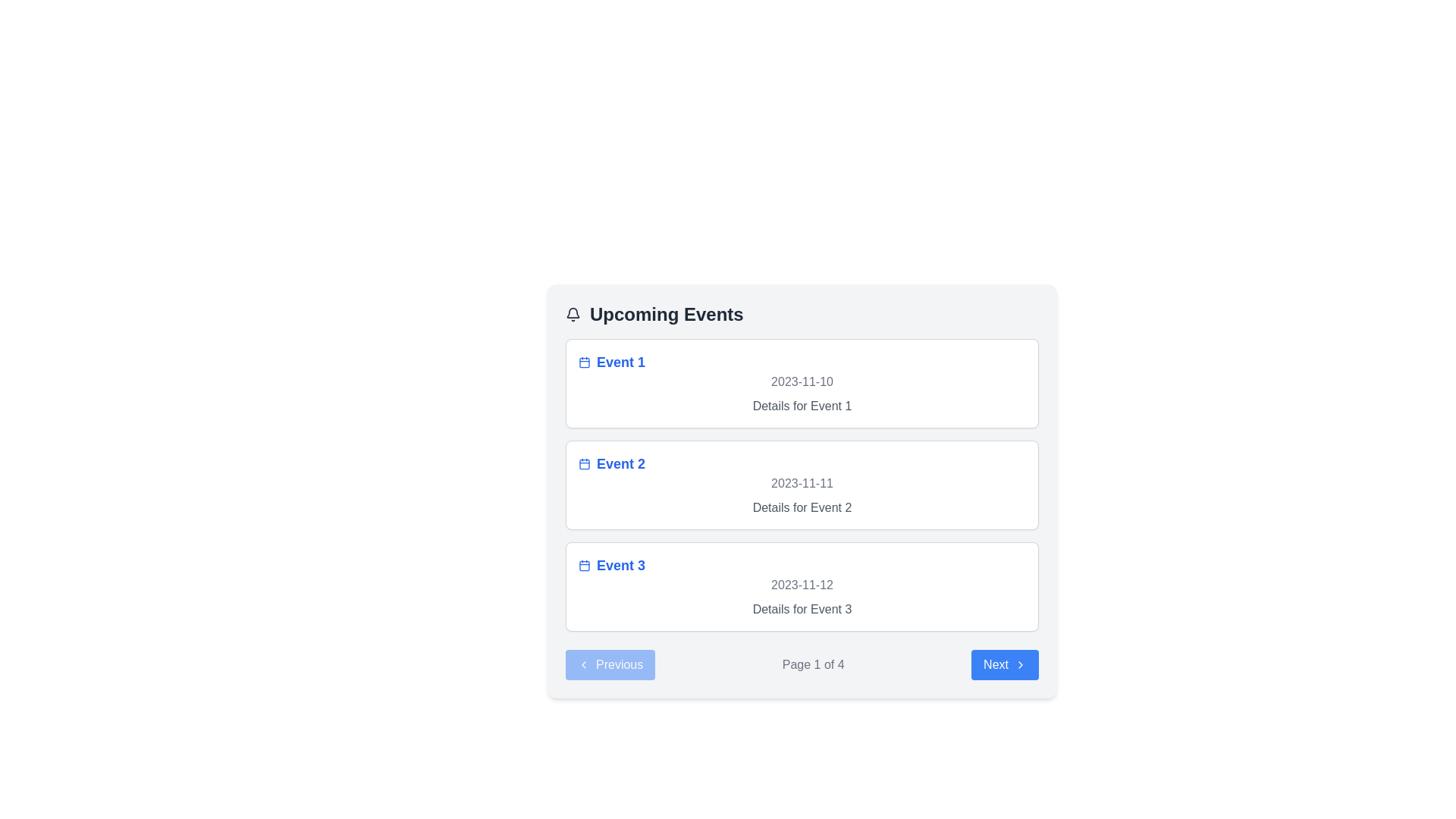  Describe the element at coordinates (610, 664) in the screenshot. I see `the 'Previous' button, which has a blue background and white text, located in the bottom left of the pagination bar` at that location.